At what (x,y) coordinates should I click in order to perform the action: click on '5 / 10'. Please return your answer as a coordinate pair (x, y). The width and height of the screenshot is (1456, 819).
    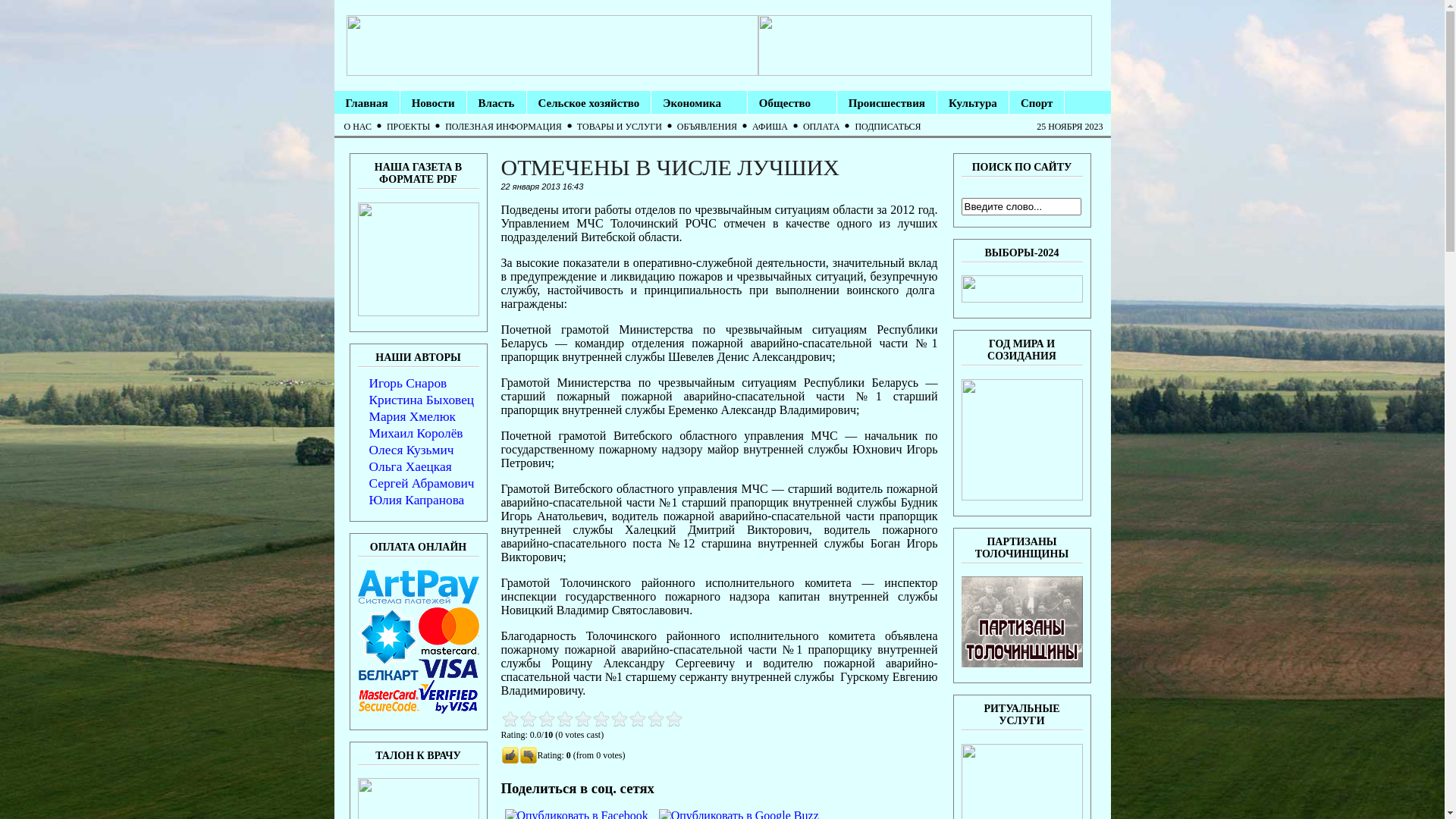
    Looking at the image, I should click on (546, 718).